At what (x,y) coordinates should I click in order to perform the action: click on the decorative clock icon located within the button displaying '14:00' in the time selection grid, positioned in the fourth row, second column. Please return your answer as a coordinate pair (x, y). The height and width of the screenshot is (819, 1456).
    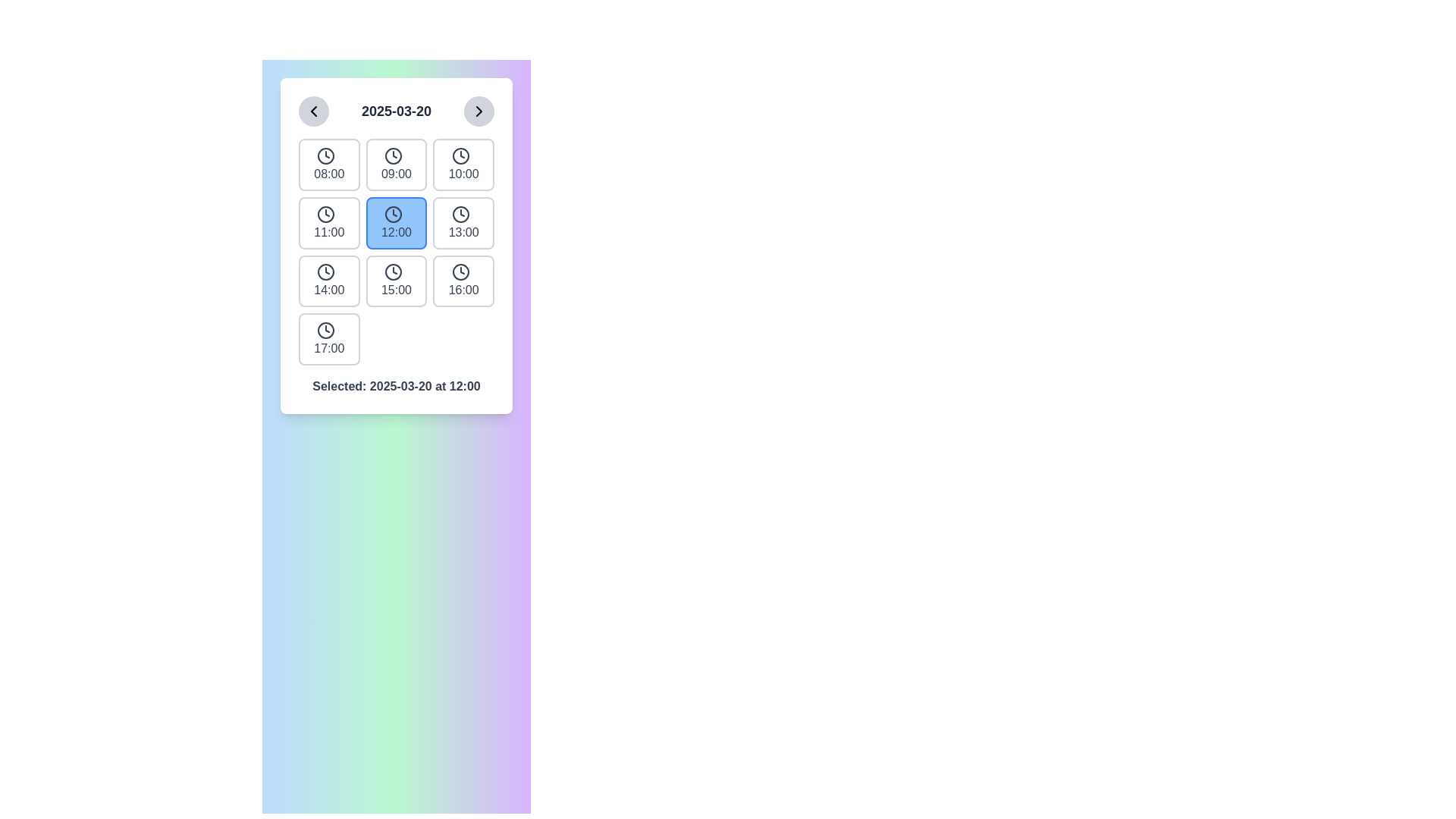
    Looking at the image, I should click on (325, 271).